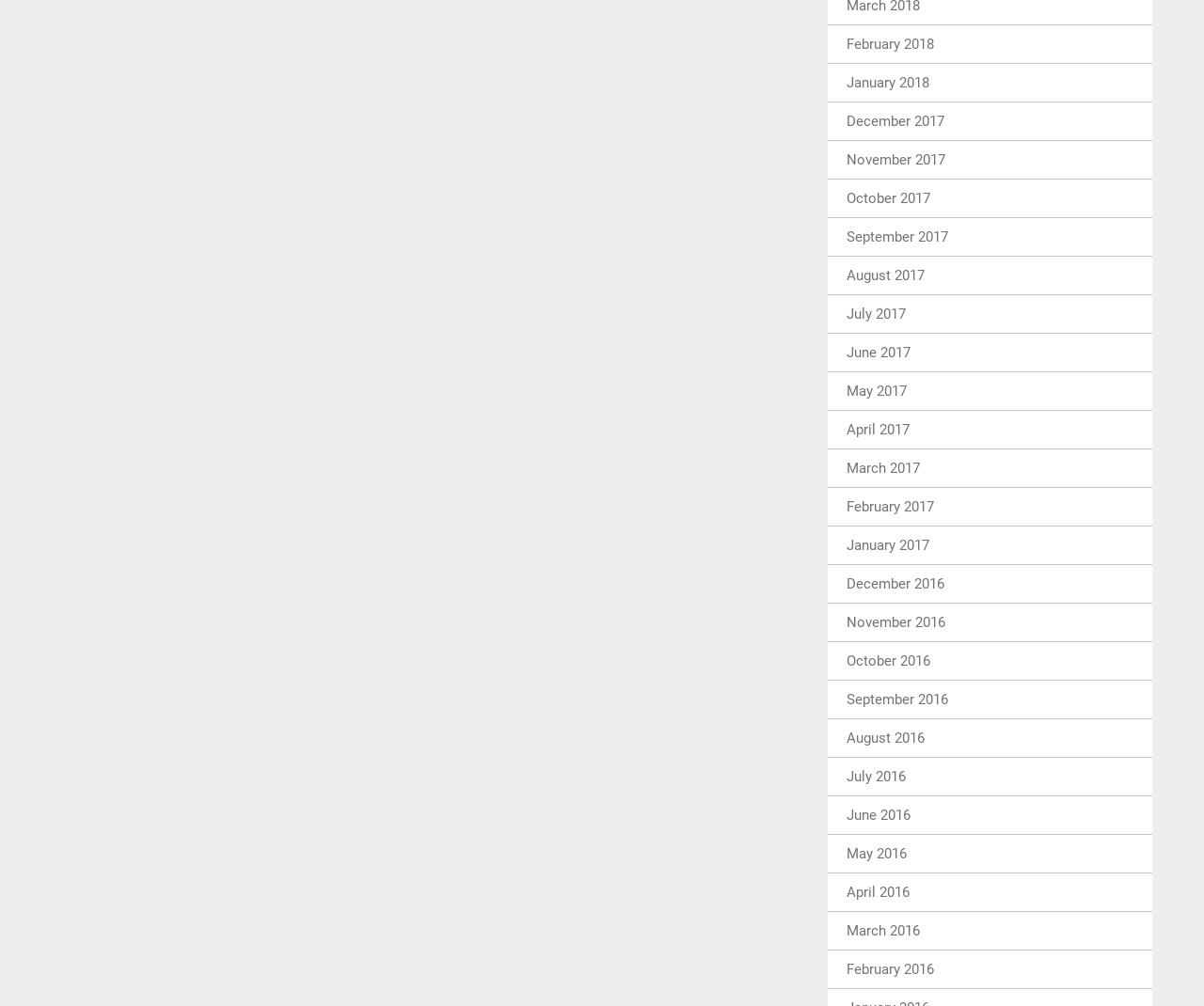 This screenshot has height=1006, width=1204. Describe the element at coordinates (884, 735) in the screenshot. I see `'August 2016'` at that location.